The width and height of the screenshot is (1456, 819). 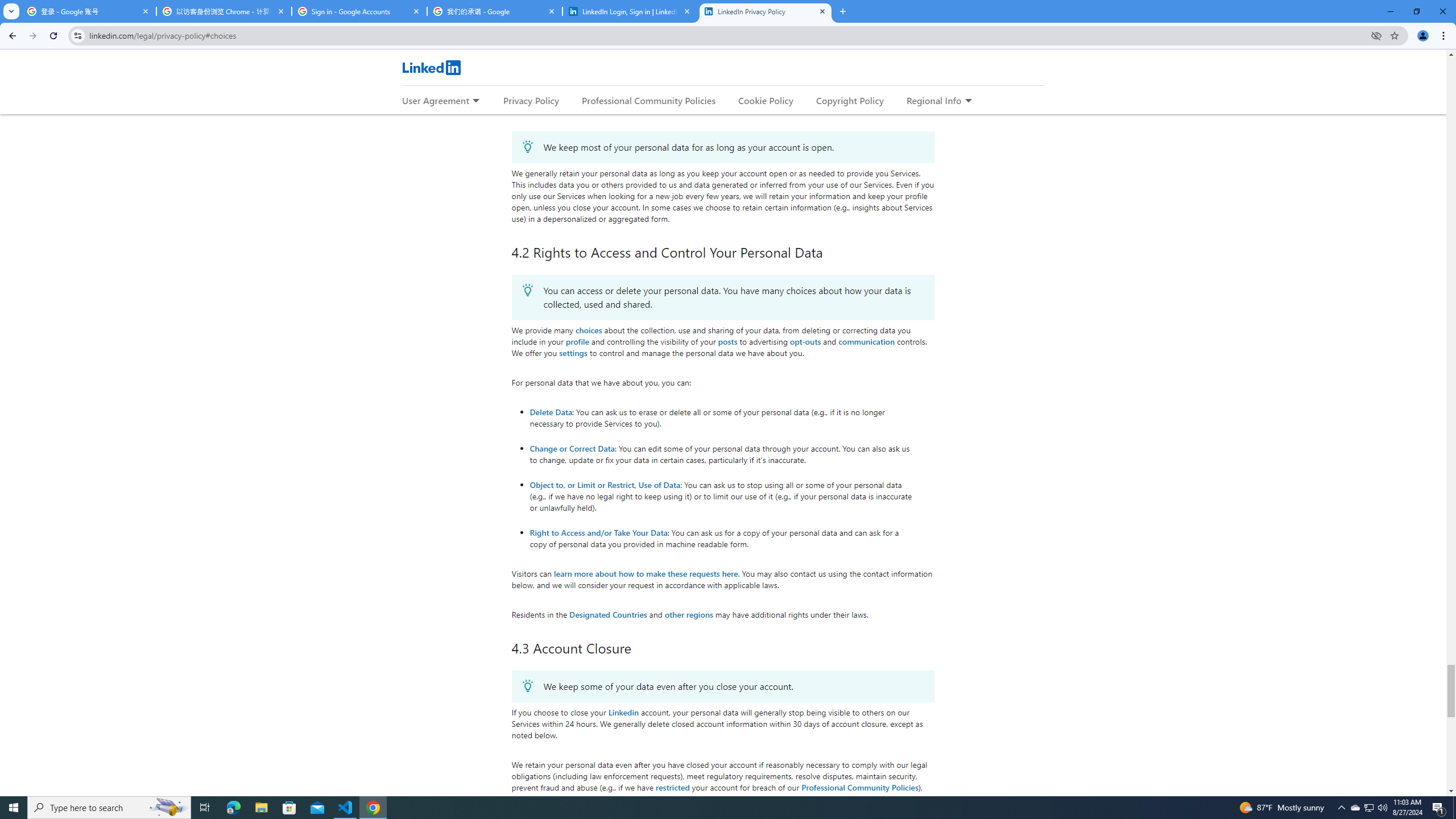 What do you see at coordinates (589, 329) in the screenshot?
I see `'choices'` at bounding box center [589, 329].